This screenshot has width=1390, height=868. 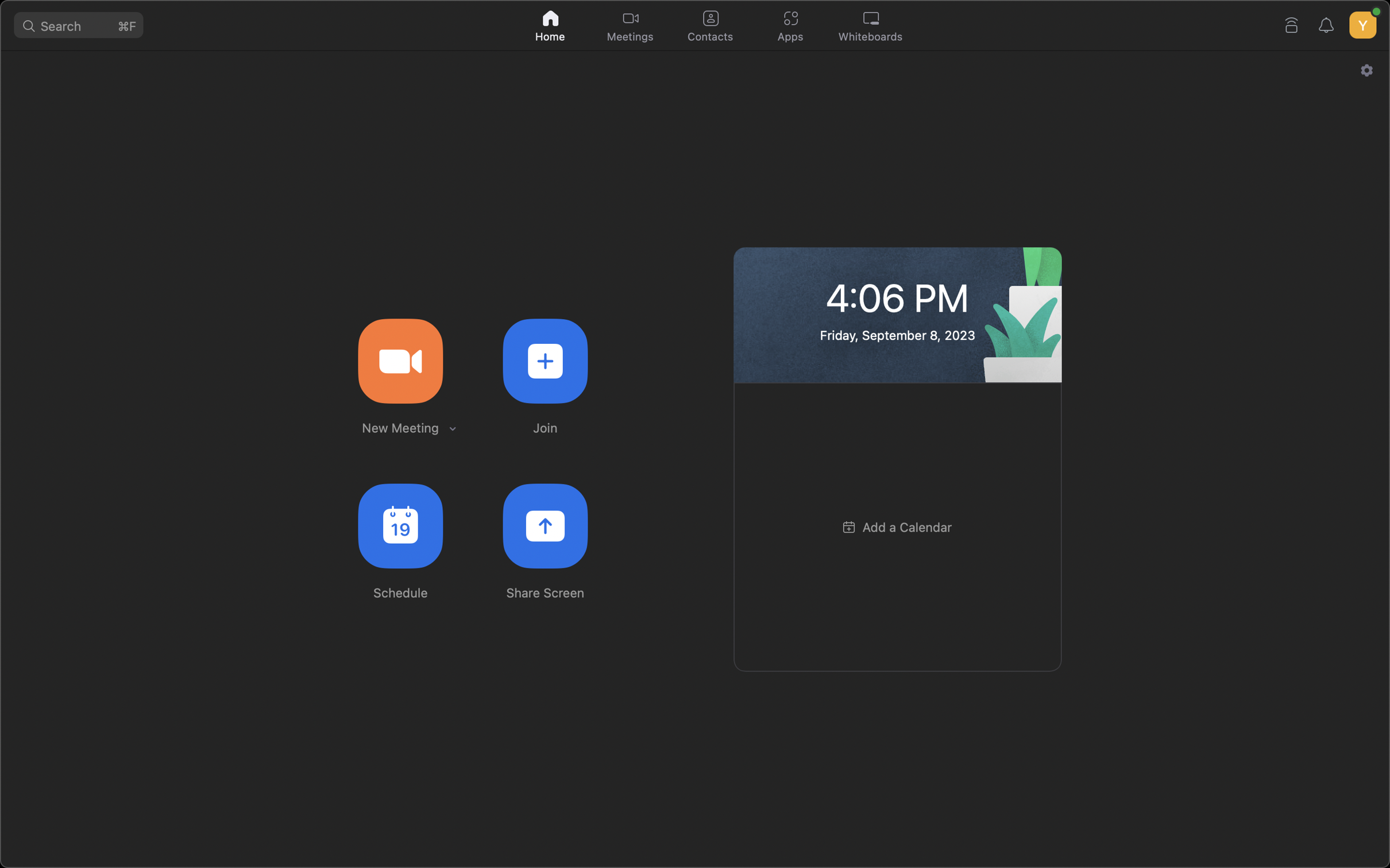 What do you see at coordinates (873, 26) in the screenshot?
I see `Engage the whiteboard functions` at bounding box center [873, 26].